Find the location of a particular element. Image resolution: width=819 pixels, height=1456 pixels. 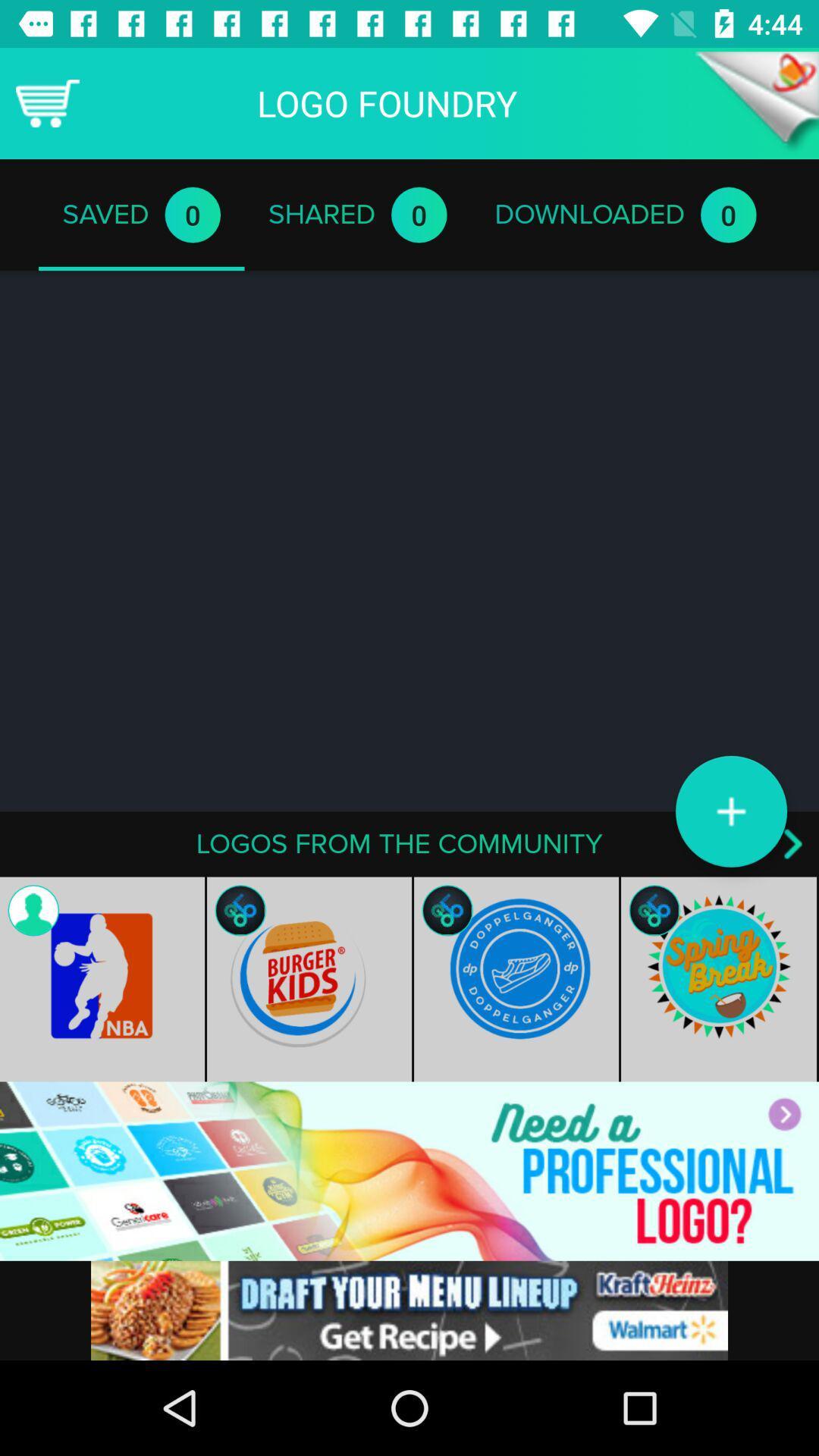

advertisement website is located at coordinates (409, 1170).